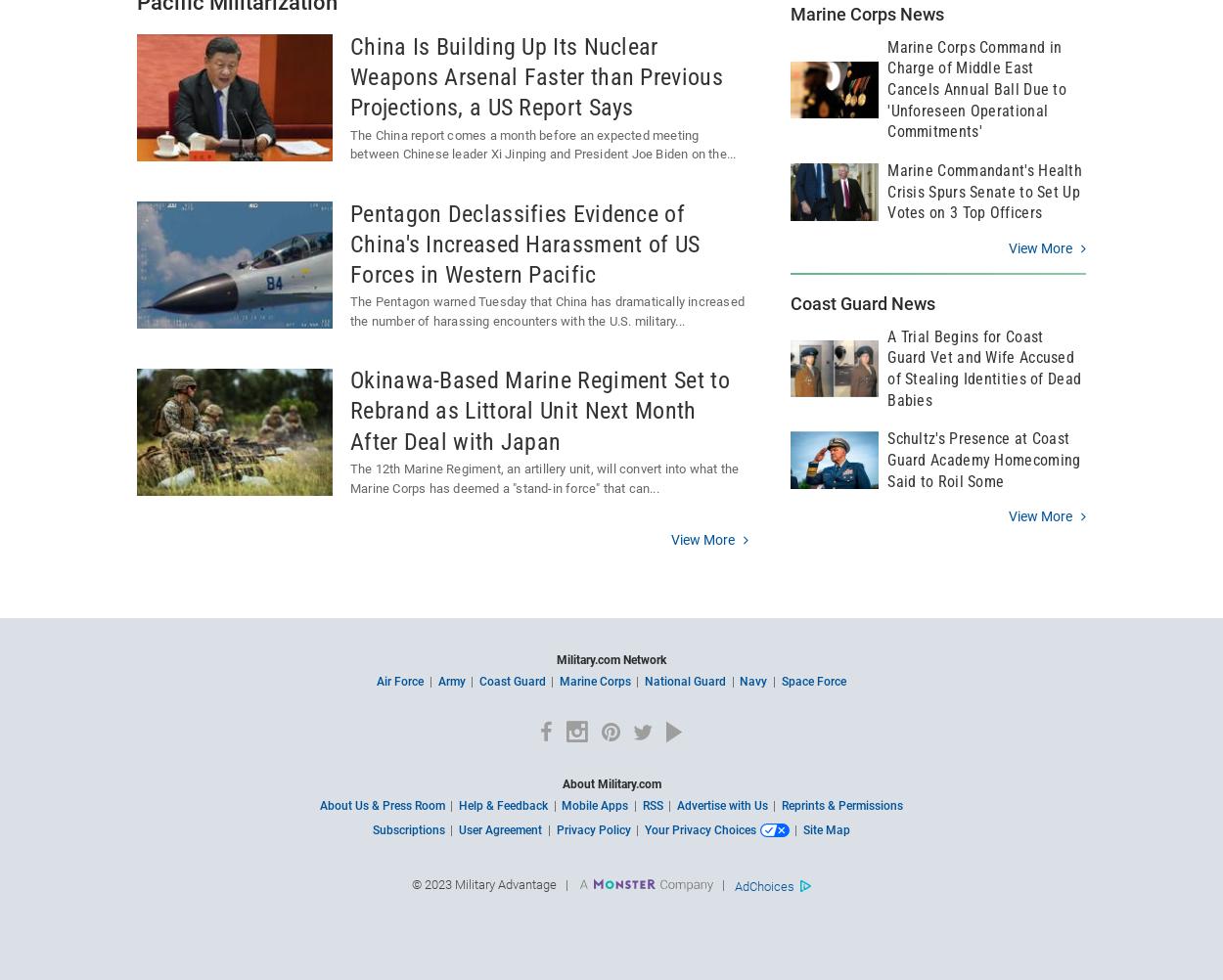  Describe the element at coordinates (825, 828) in the screenshot. I see `'Site Map'` at that location.